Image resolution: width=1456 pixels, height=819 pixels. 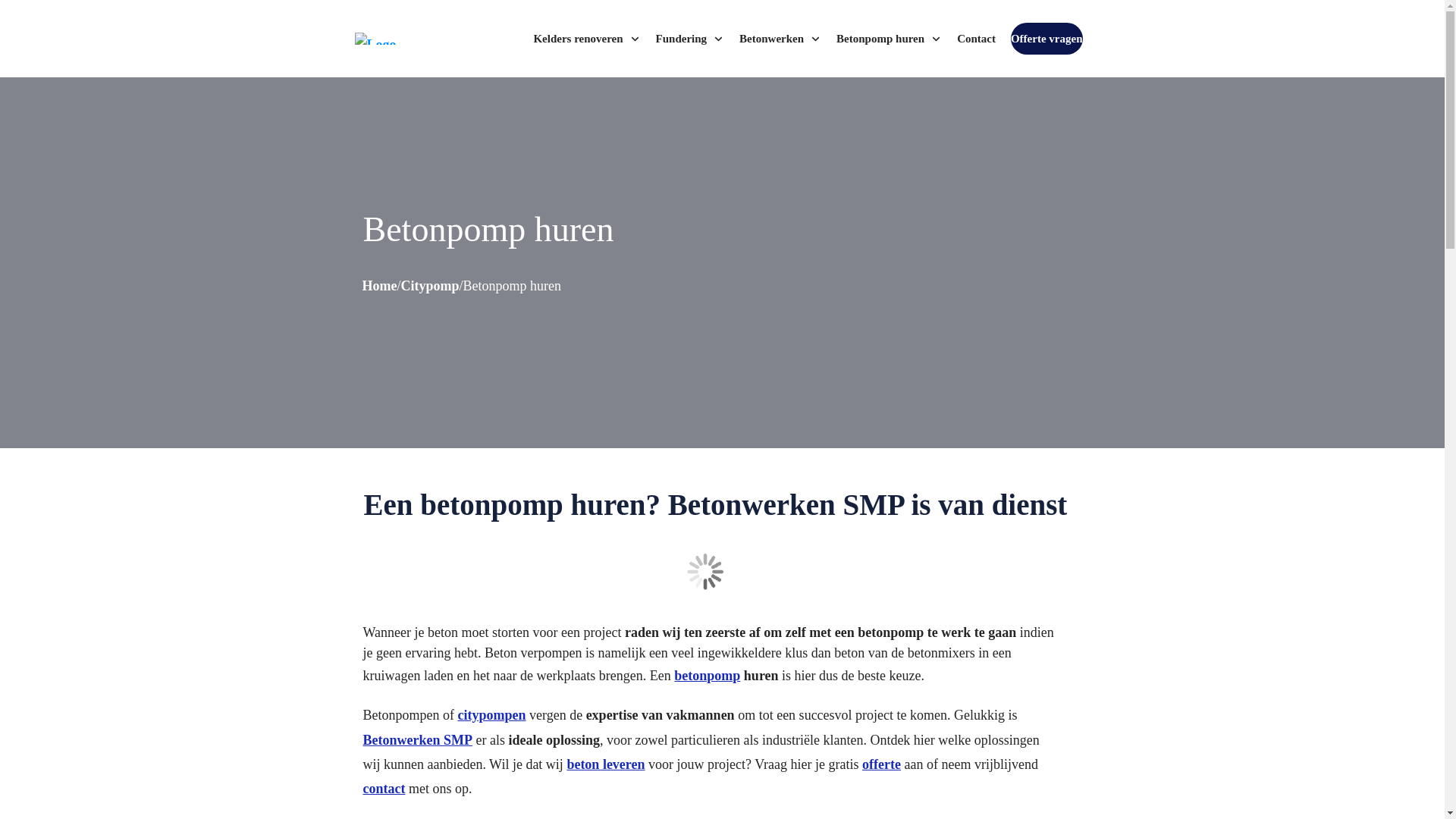 What do you see at coordinates (836, 37) in the screenshot?
I see `'Betonpomp huren'` at bounding box center [836, 37].